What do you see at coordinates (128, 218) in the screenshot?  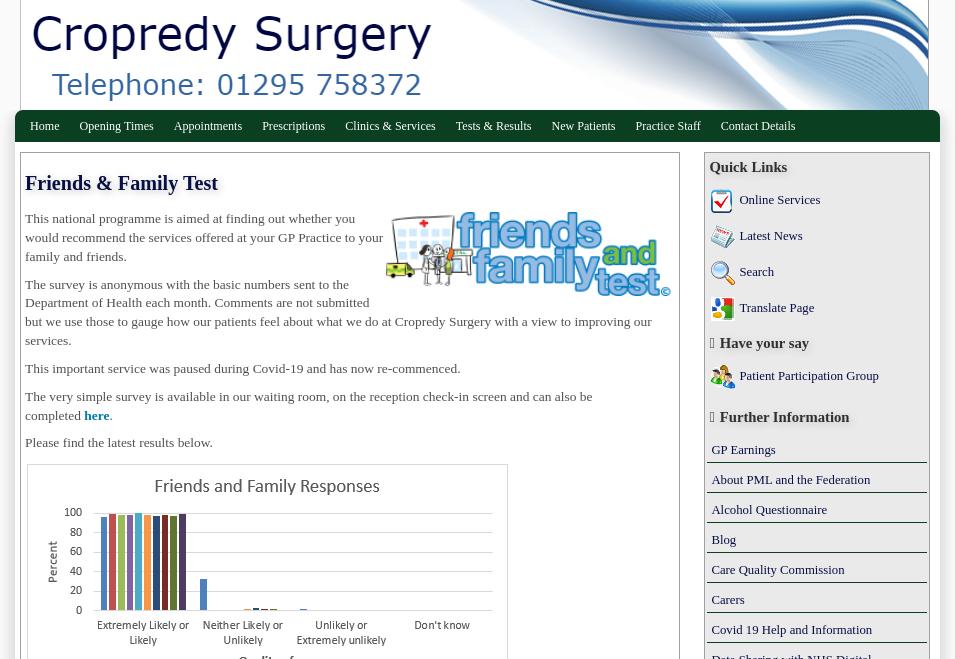 I see `'programme'` at bounding box center [128, 218].